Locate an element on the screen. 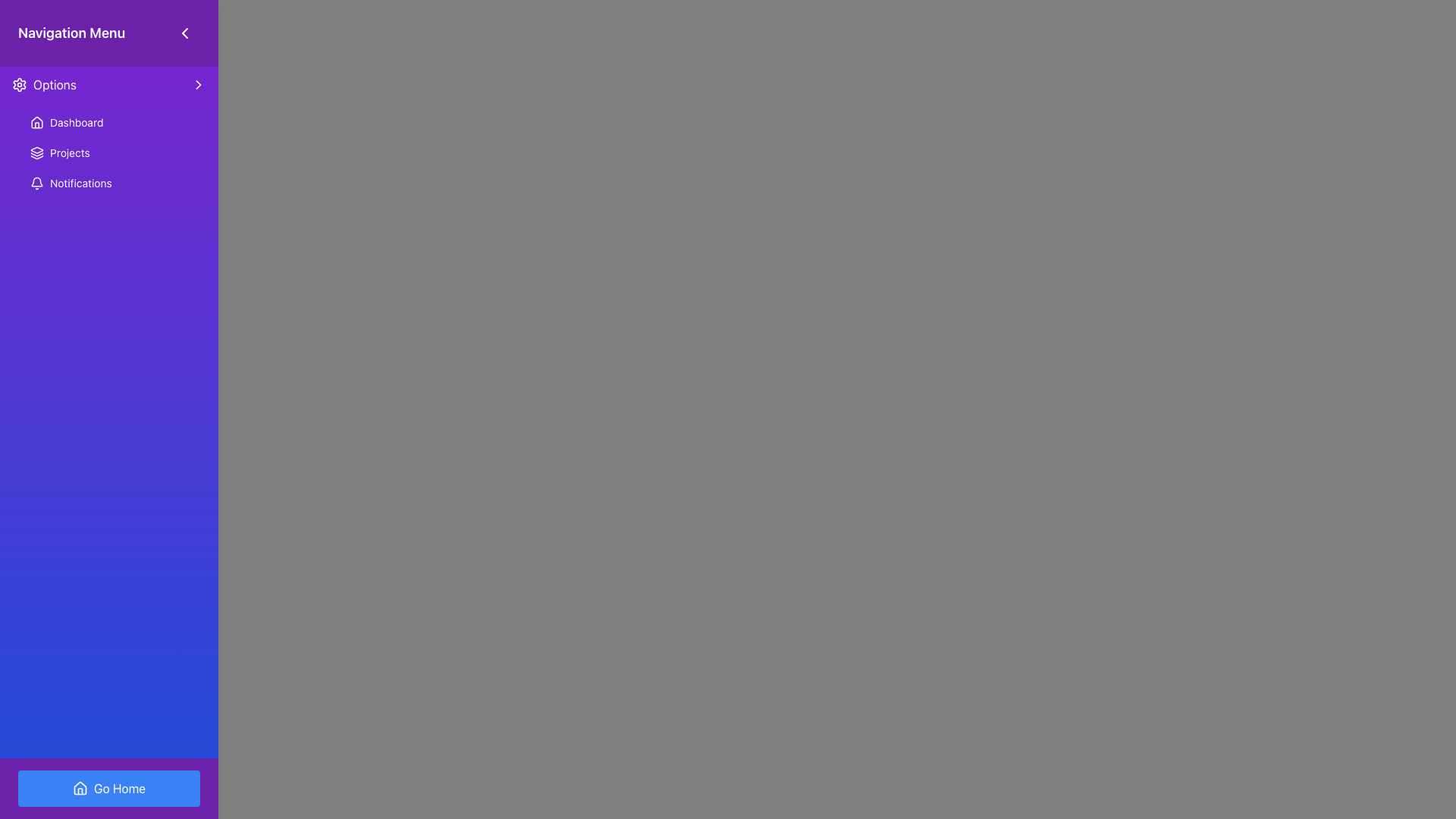 The height and width of the screenshot is (819, 1456). the right-facing chevron arrow icon located in the navigation menu adjacent to the text 'Navigation Menu' is located at coordinates (198, 84).